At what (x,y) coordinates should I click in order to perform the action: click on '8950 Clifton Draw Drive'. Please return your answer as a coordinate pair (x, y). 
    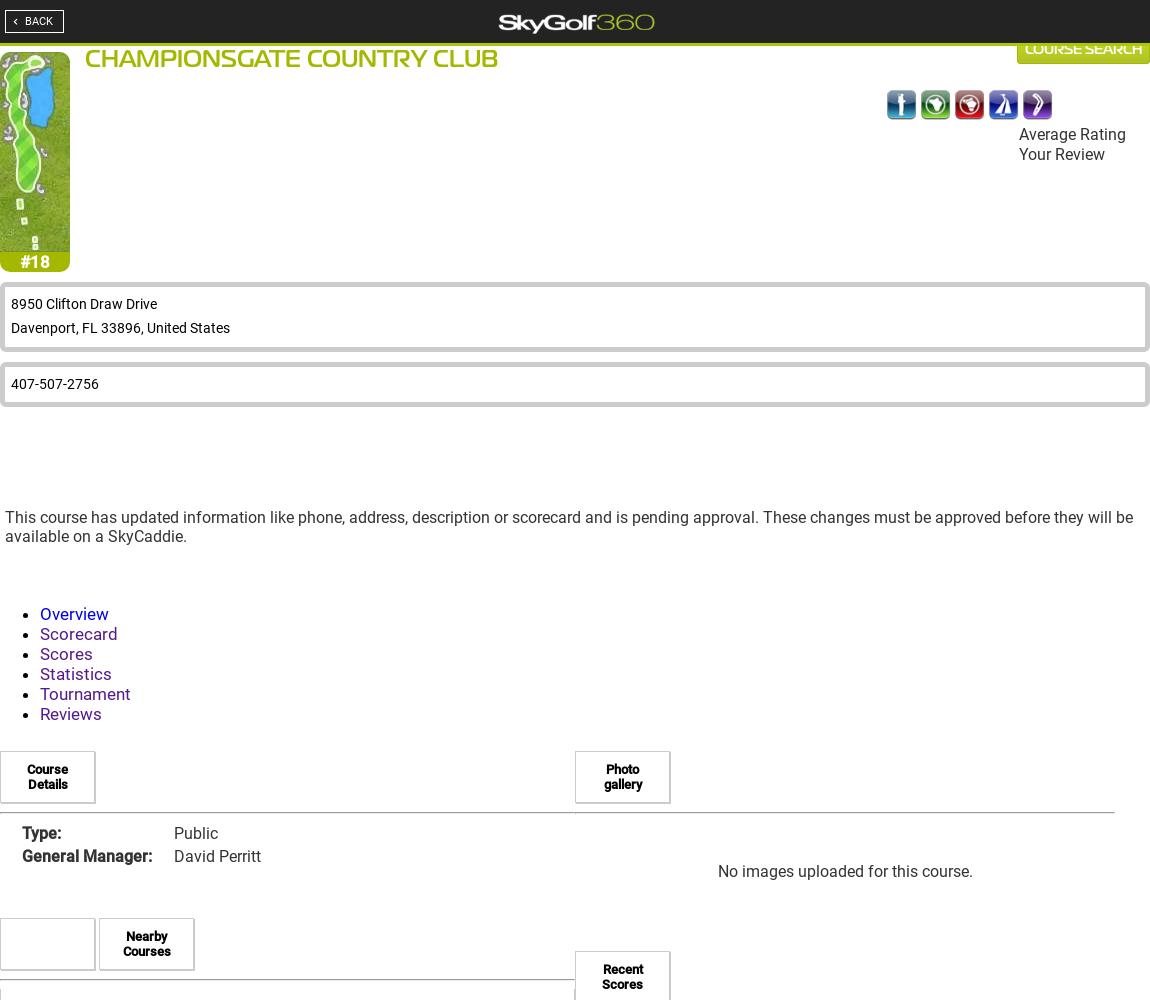
    Looking at the image, I should click on (82, 304).